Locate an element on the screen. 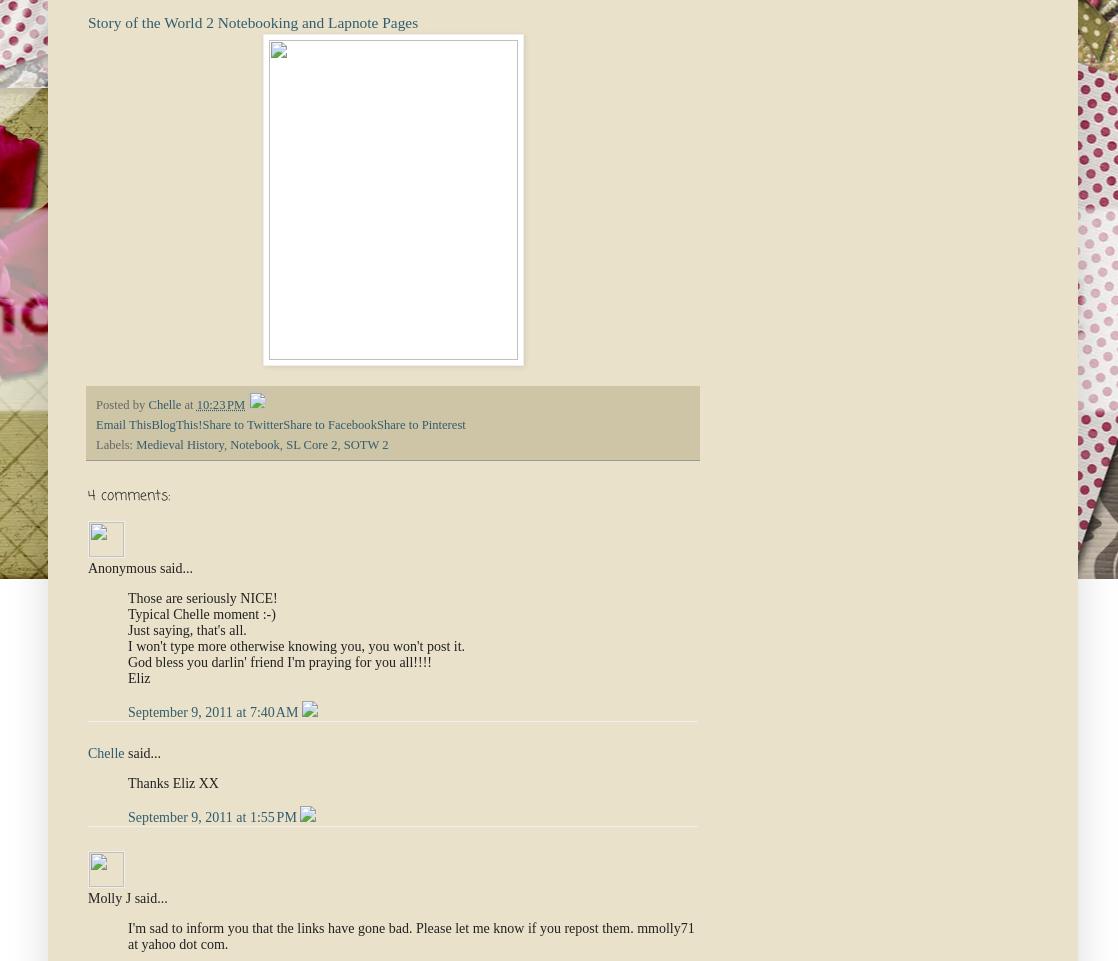 Image resolution: width=1118 pixels, height=961 pixels. 'Posted by' is located at coordinates (121, 404).